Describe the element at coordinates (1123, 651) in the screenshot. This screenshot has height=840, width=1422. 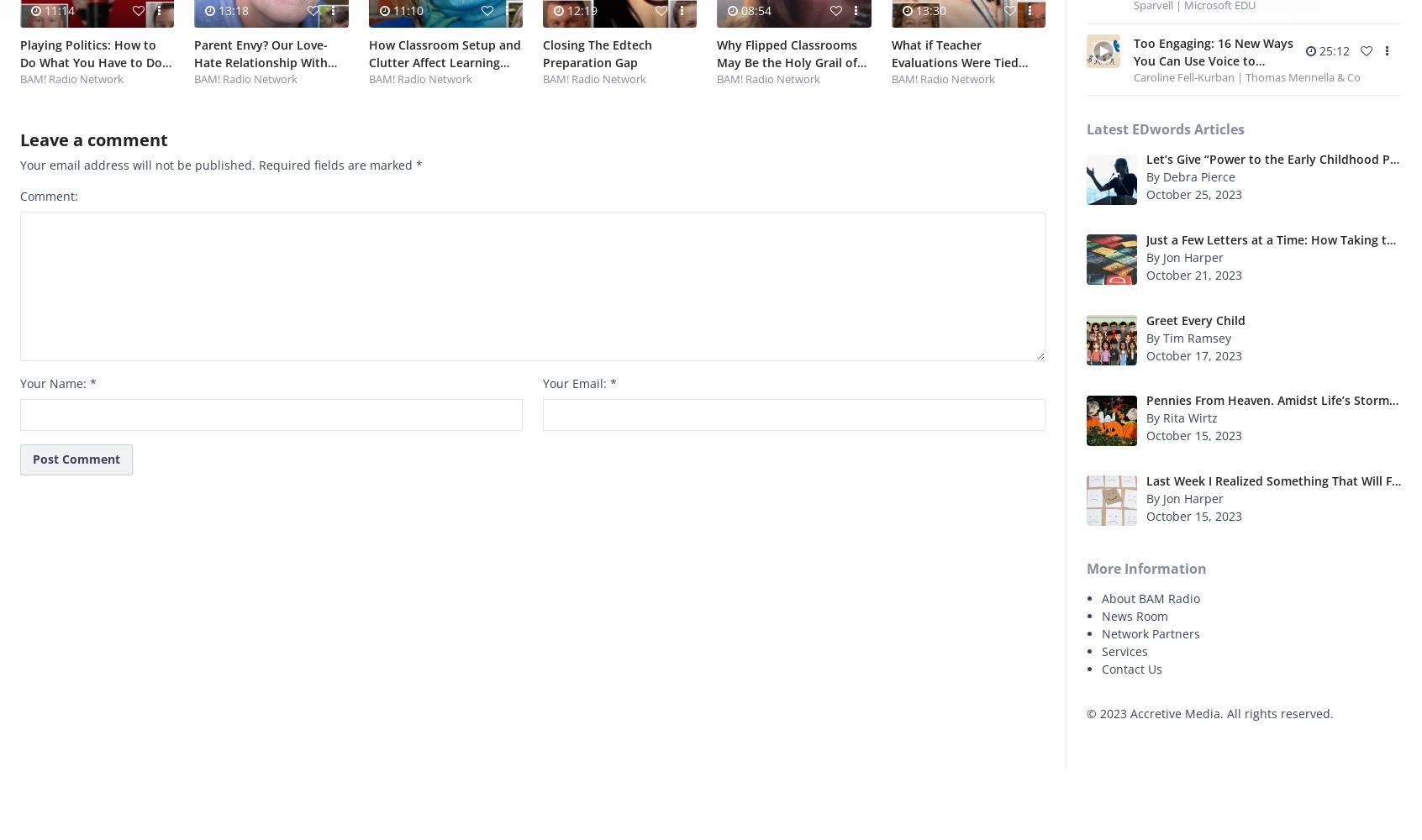
I see `'Services'` at that location.